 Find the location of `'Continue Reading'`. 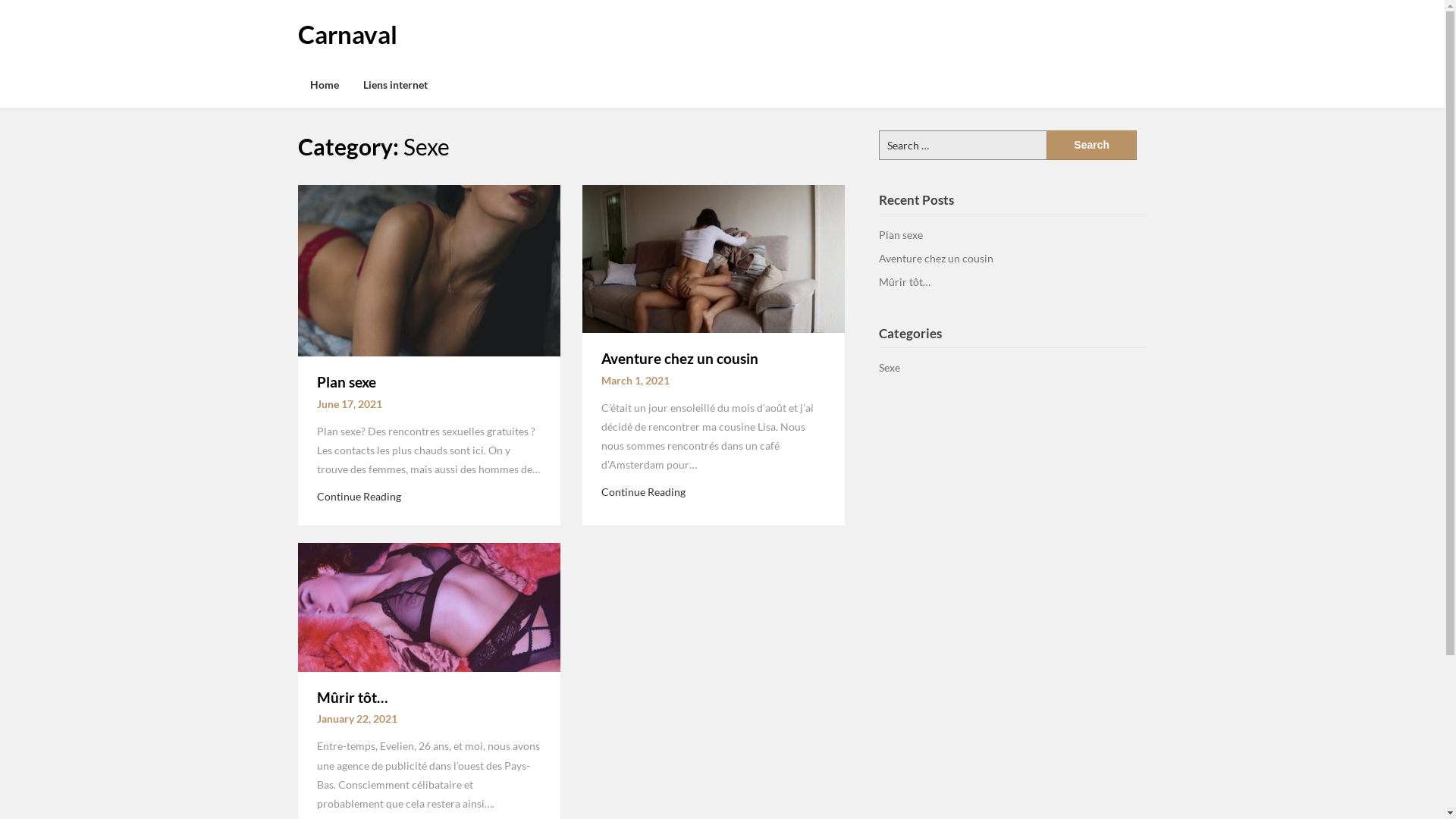

'Continue Reading' is located at coordinates (358, 496).